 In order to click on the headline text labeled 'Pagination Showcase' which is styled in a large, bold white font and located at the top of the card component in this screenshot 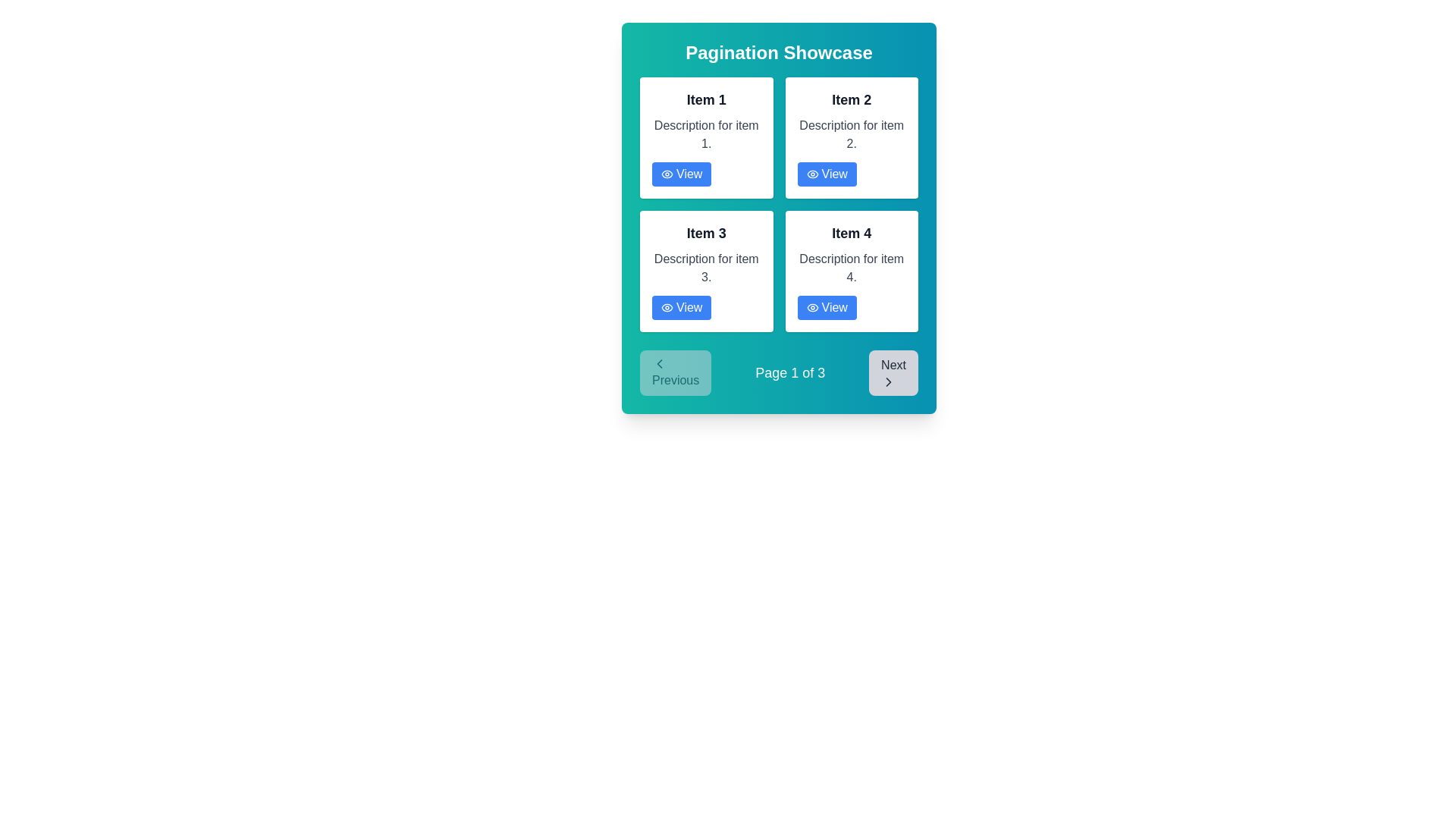, I will do `click(779, 52)`.